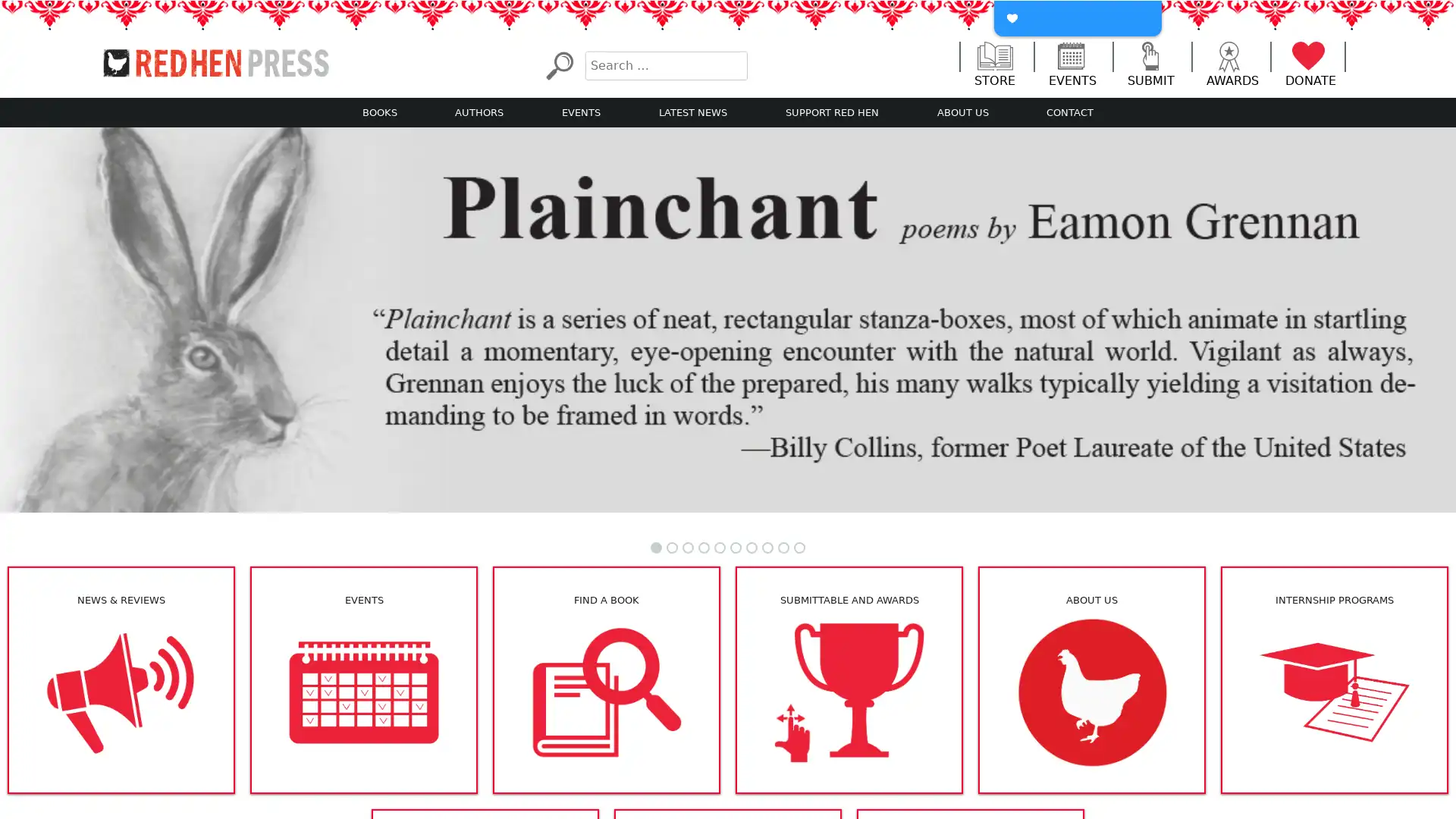  Describe the element at coordinates (558, 64) in the screenshot. I see `search icon` at that location.